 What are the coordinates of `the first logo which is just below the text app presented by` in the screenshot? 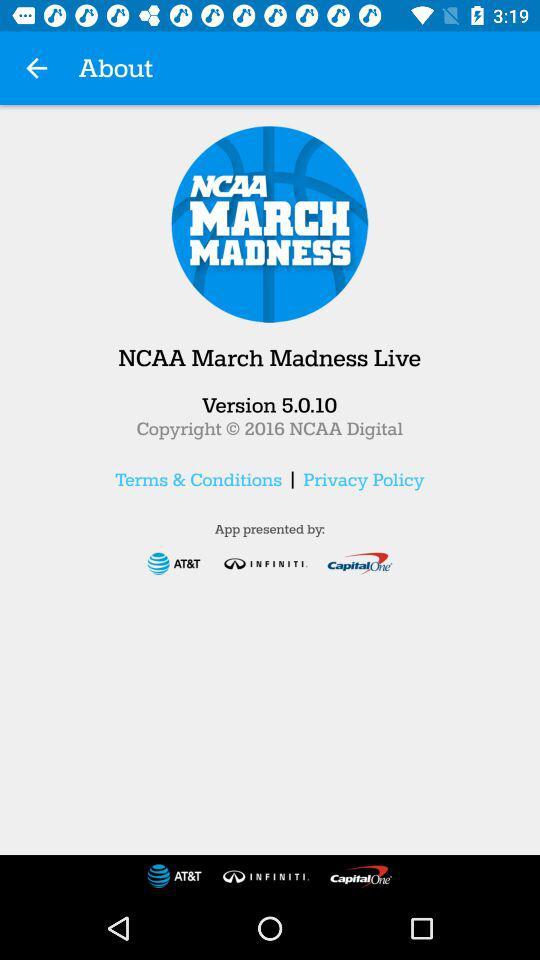 It's located at (173, 564).